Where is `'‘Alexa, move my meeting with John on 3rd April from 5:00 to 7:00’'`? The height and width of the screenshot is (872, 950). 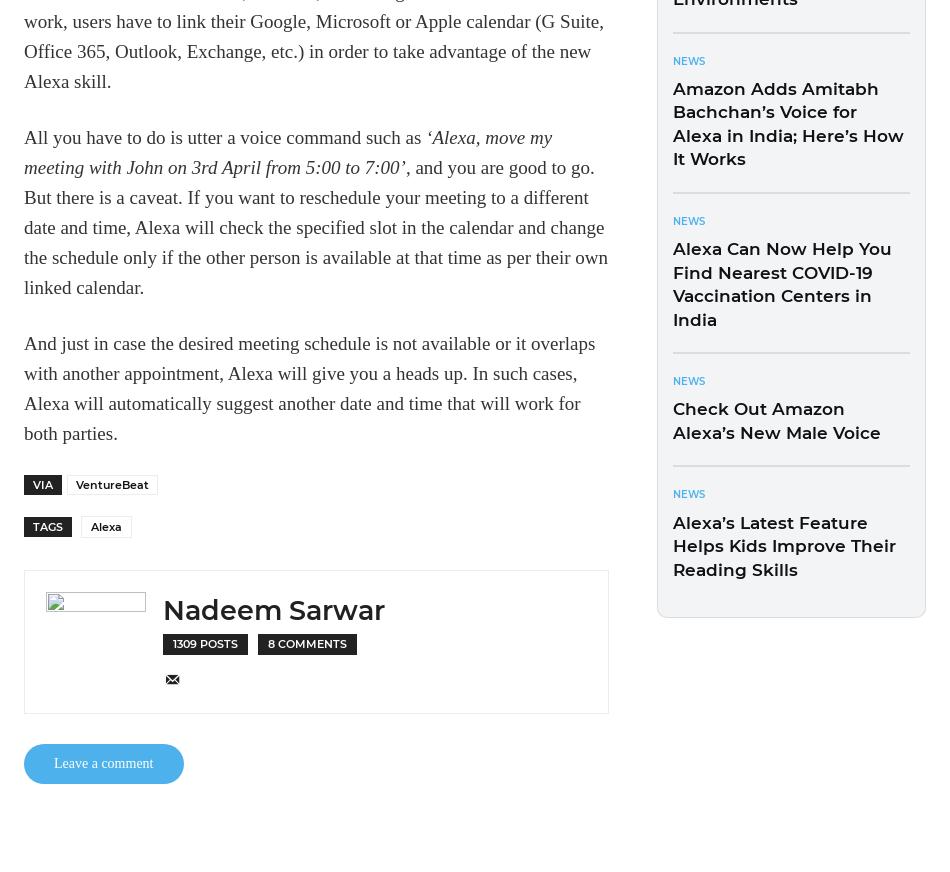
'‘Alexa, move my meeting with John on 3rd April from 5:00 to 7:00’' is located at coordinates (287, 151).